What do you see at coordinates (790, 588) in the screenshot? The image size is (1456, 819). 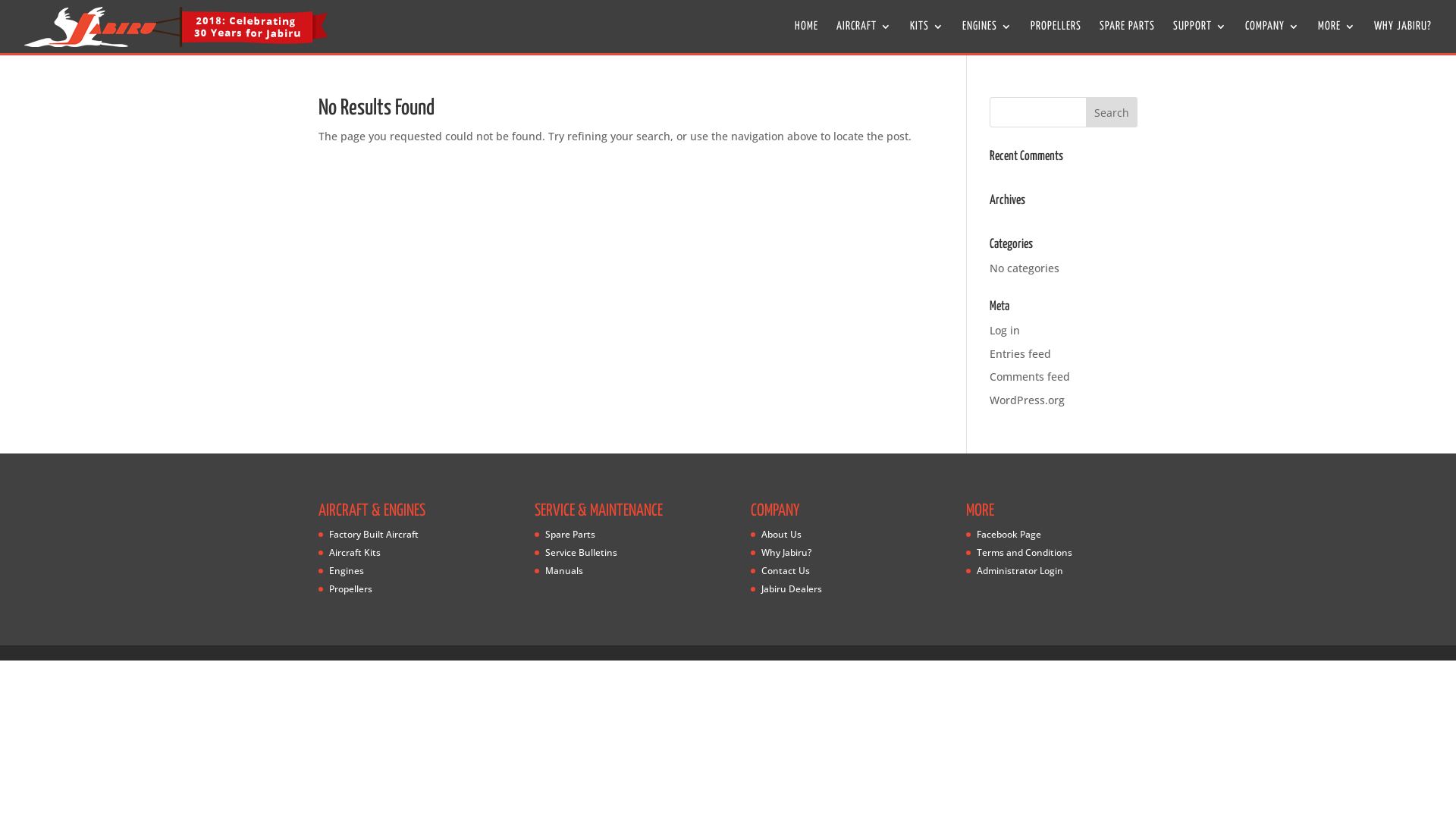 I see `'Jabiru Dealers'` at bounding box center [790, 588].